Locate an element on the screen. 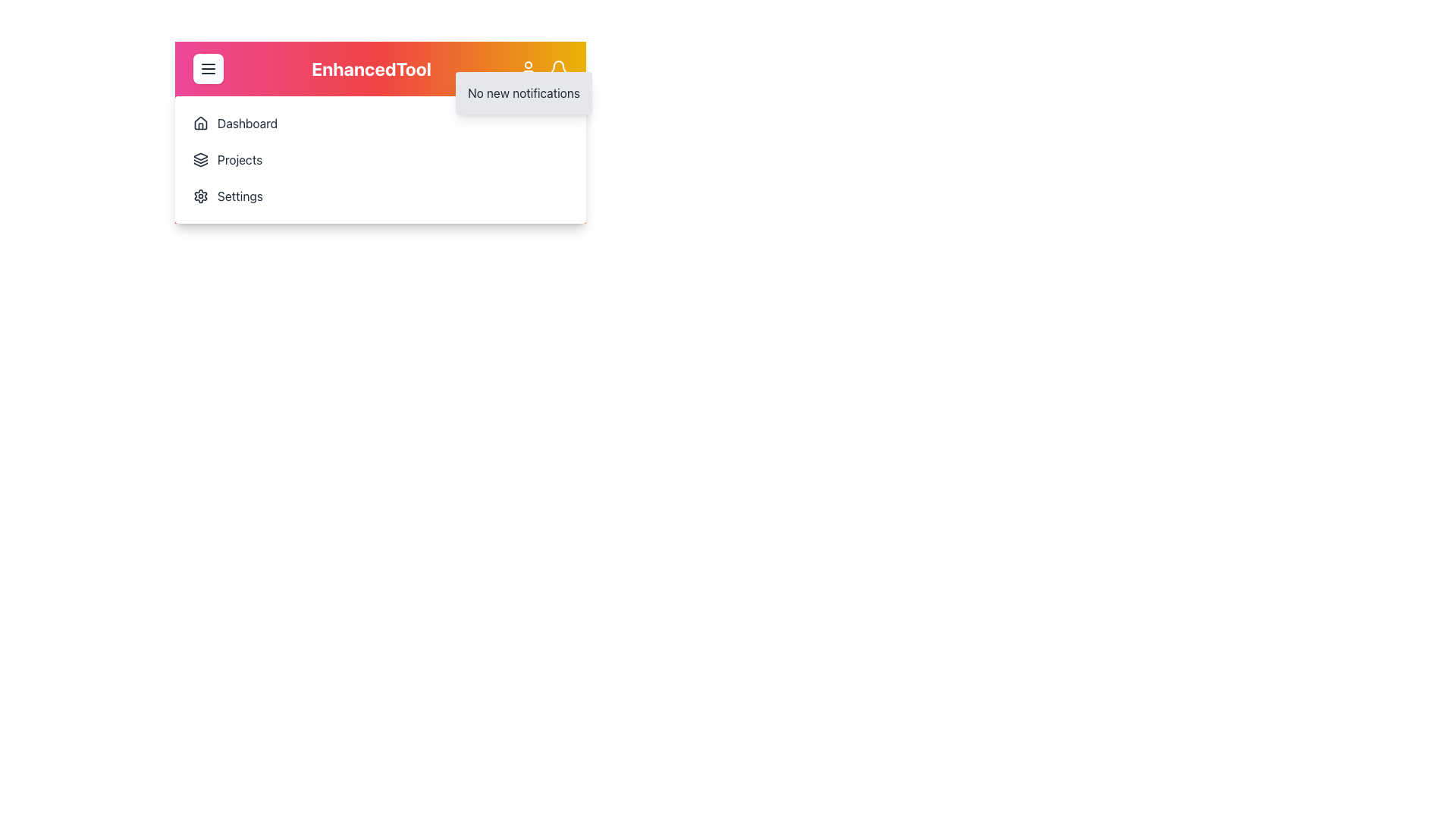 This screenshot has height=819, width=1456. the user profile icon located at the top-right corner of the interface is located at coordinates (528, 69).